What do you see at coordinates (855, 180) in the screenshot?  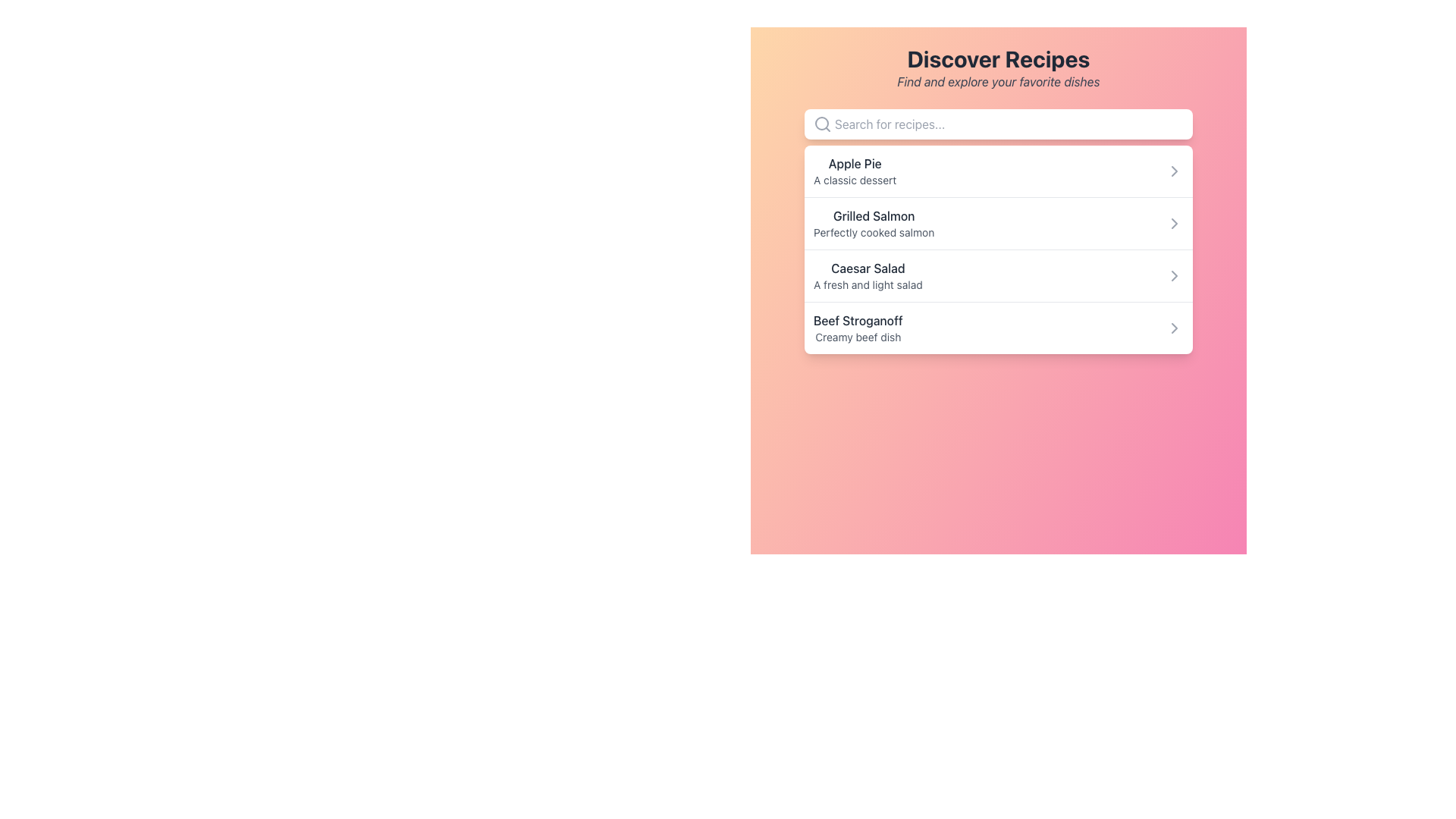 I see `the descriptive text label located directly underneath the 'Apple Pie' recipe title, which provides additional information about the recipe` at bounding box center [855, 180].